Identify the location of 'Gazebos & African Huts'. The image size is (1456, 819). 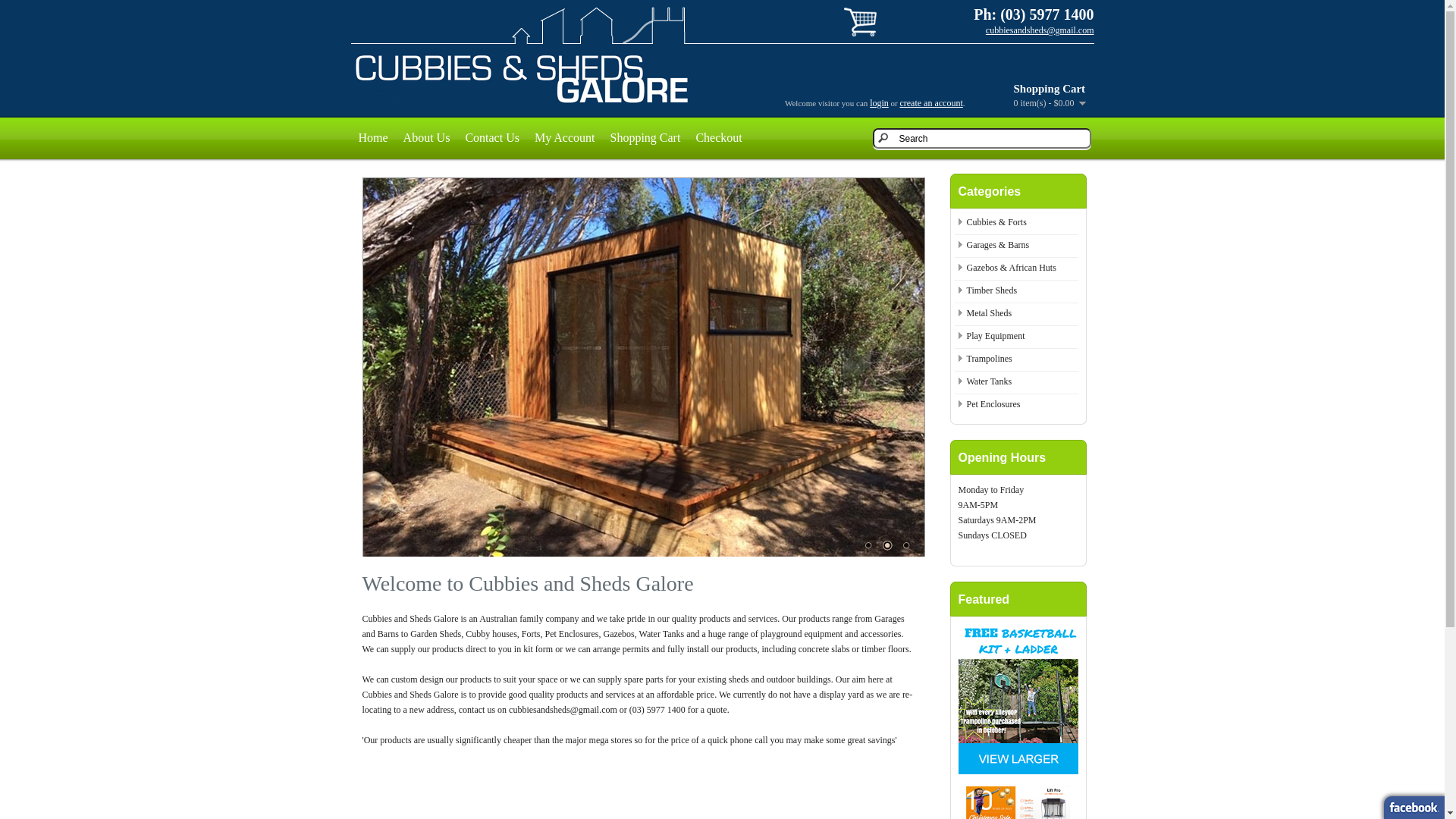
(1011, 267).